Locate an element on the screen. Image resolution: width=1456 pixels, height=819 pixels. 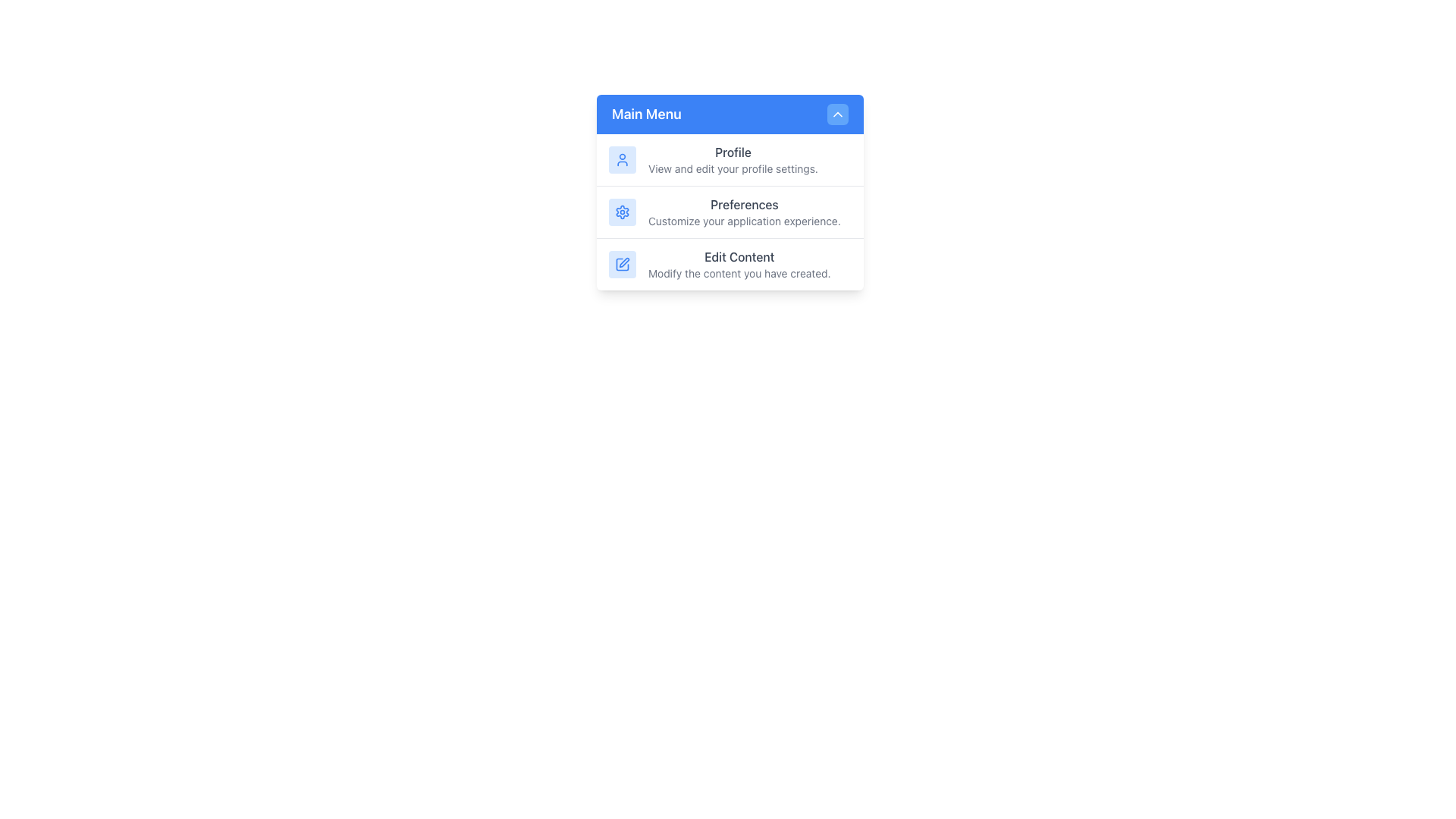
the static text element that serves as the title for the third menu option under the 'Main Menu' heading is located at coordinates (739, 256).